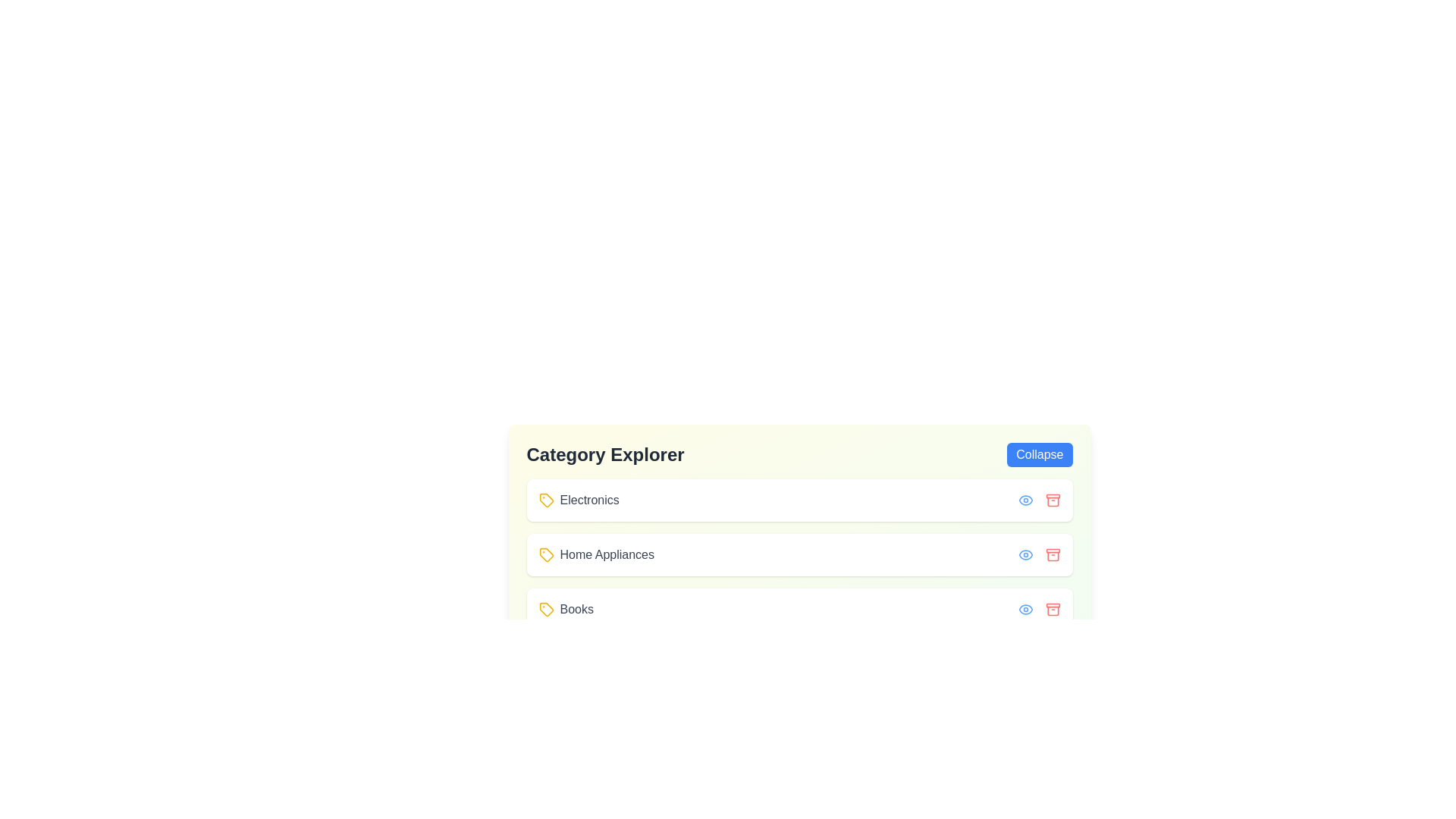  Describe the element at coordinates (1038, 608) in the screenshot. I see `the interactive action group containing the blue eye icon and the red archive icon` at that location.